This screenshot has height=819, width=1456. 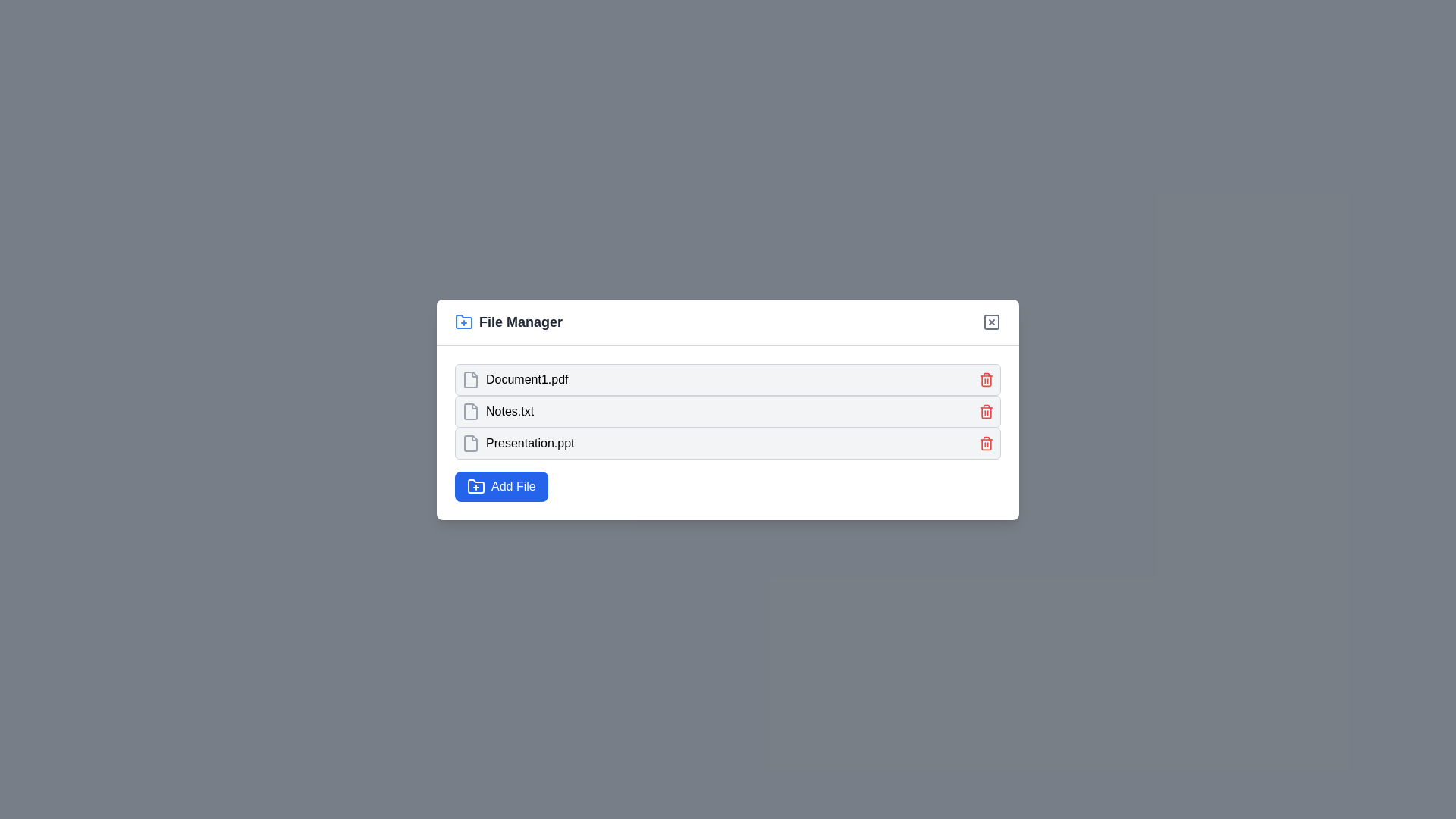 What do you see at coordinates (469, 378) in the screenshot?
I see `the document icon labeled 'Document1.pdf' located in the leftmost part of the first row of a vertical list in the file manager widget` at bounding box center [469, 378].